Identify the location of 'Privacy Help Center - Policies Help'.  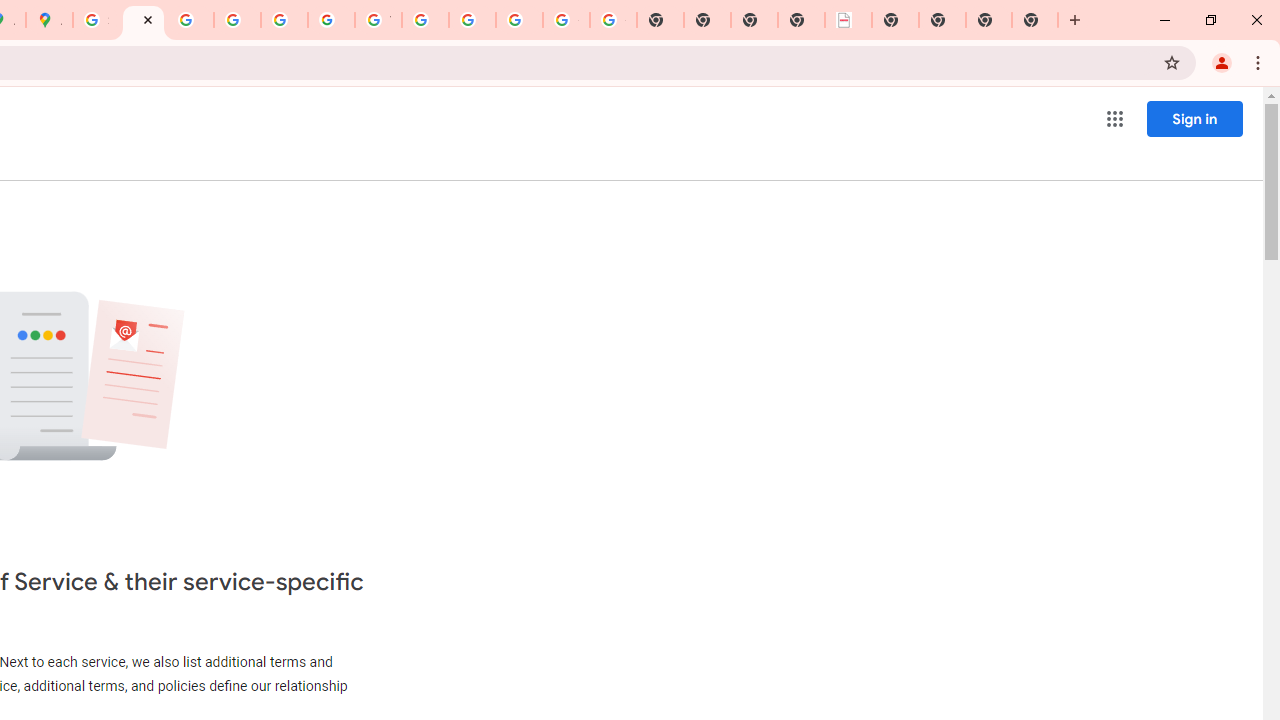
(237, 20).